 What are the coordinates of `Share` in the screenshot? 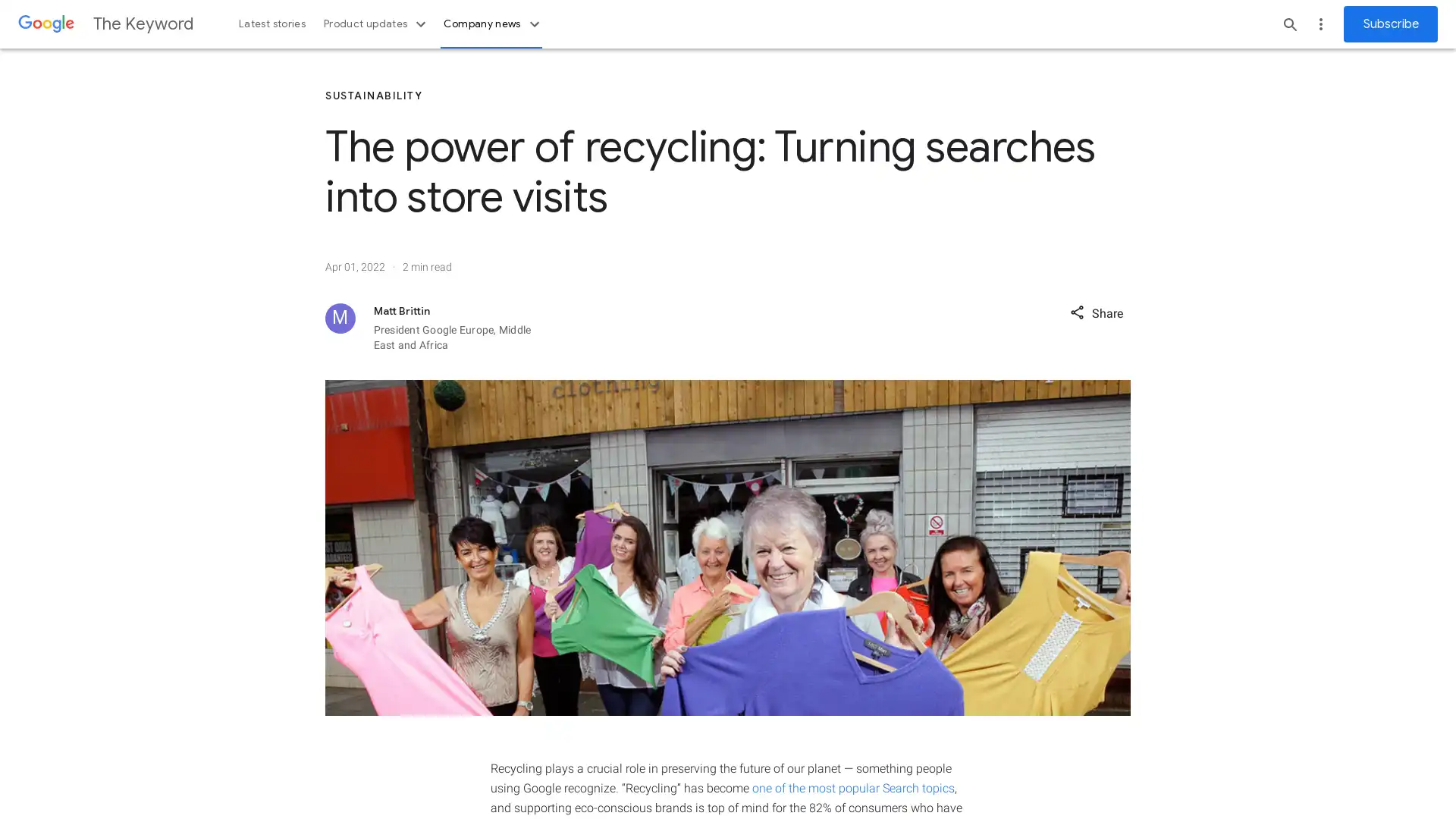 It's located at (1096, 311).